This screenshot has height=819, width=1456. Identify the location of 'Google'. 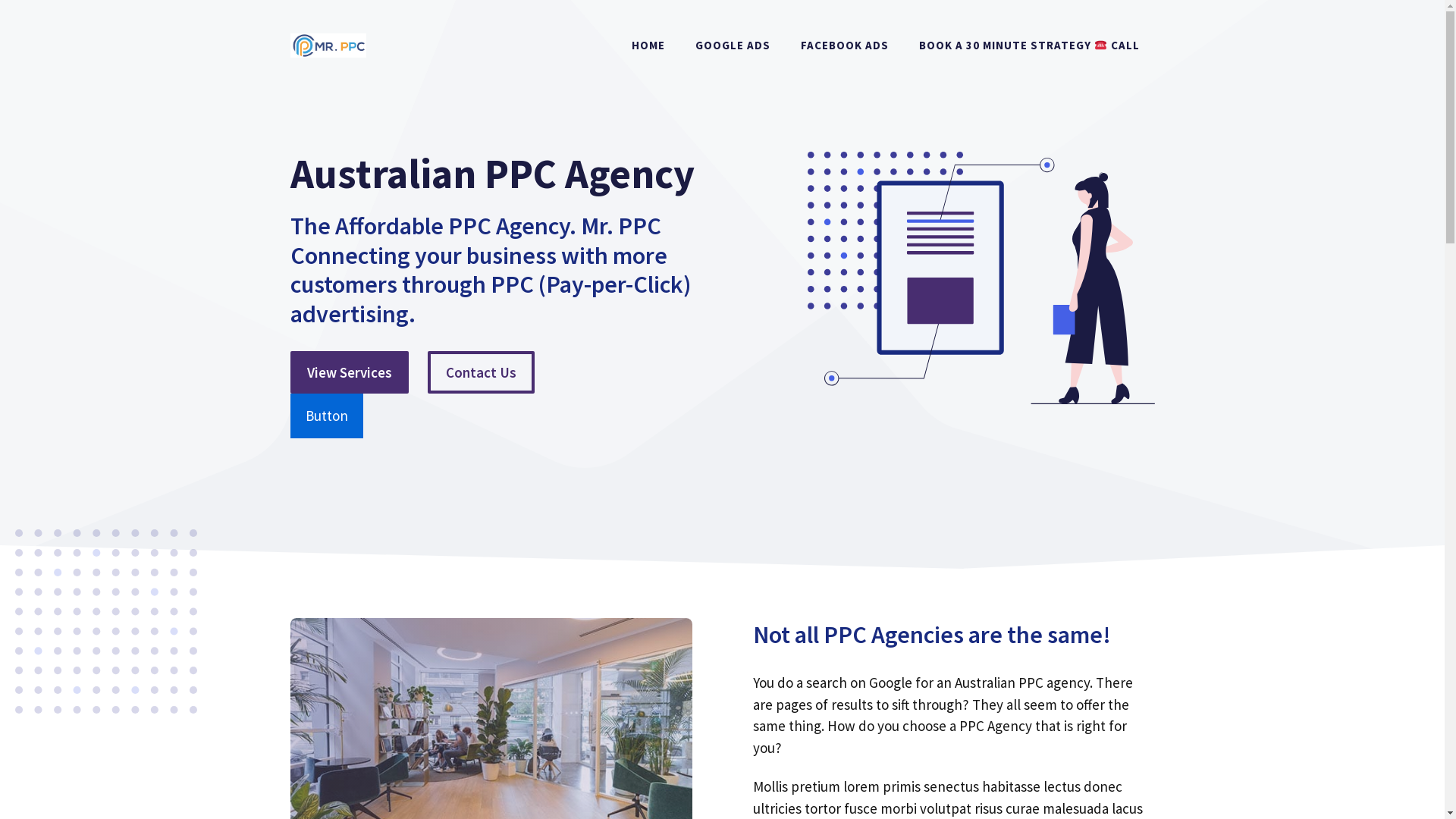
(890, 681).